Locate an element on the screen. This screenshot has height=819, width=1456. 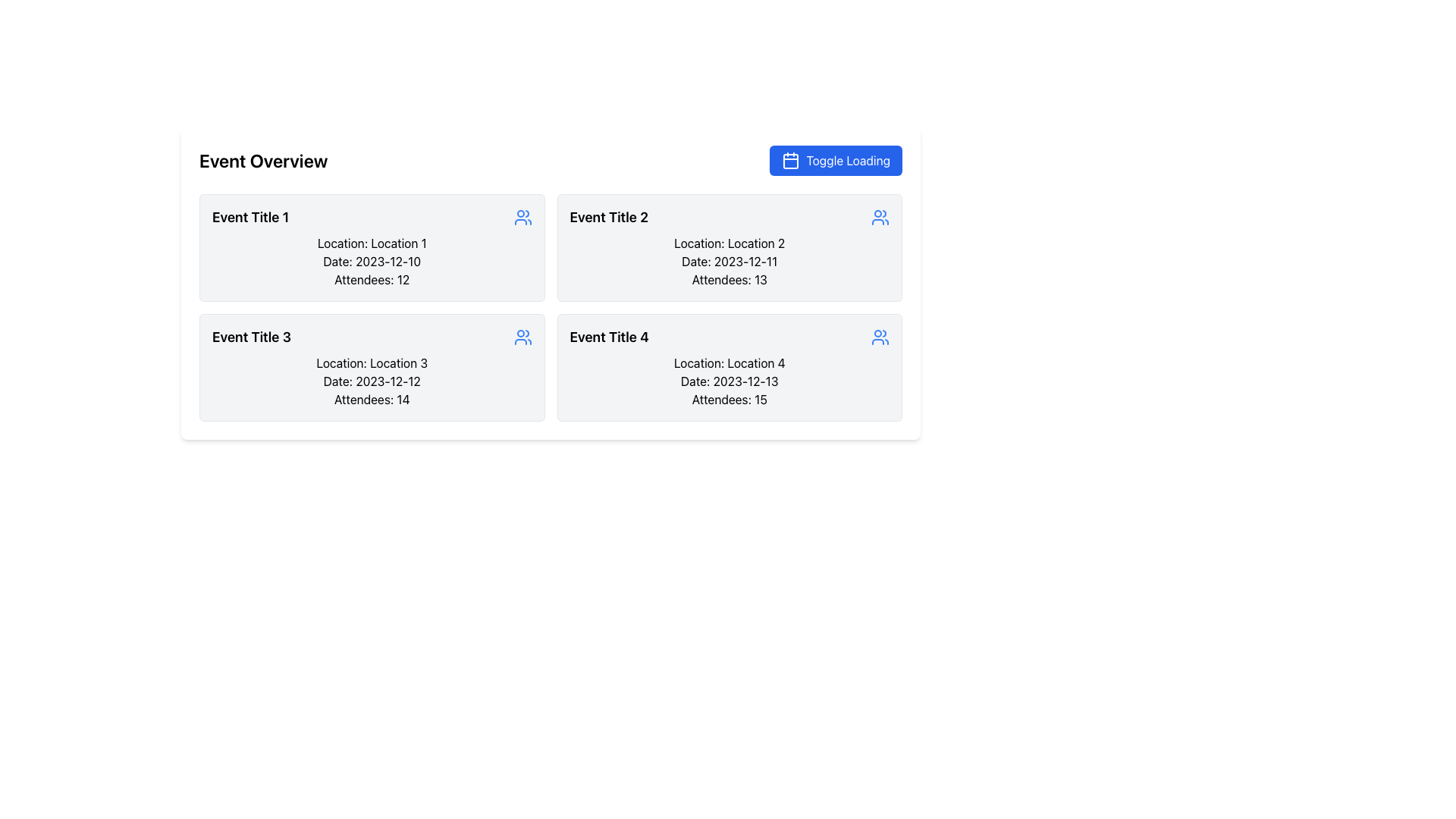
the text label that informs the user about the number of attendees for 'Event Title 3' is located at coordinates (372, 399).